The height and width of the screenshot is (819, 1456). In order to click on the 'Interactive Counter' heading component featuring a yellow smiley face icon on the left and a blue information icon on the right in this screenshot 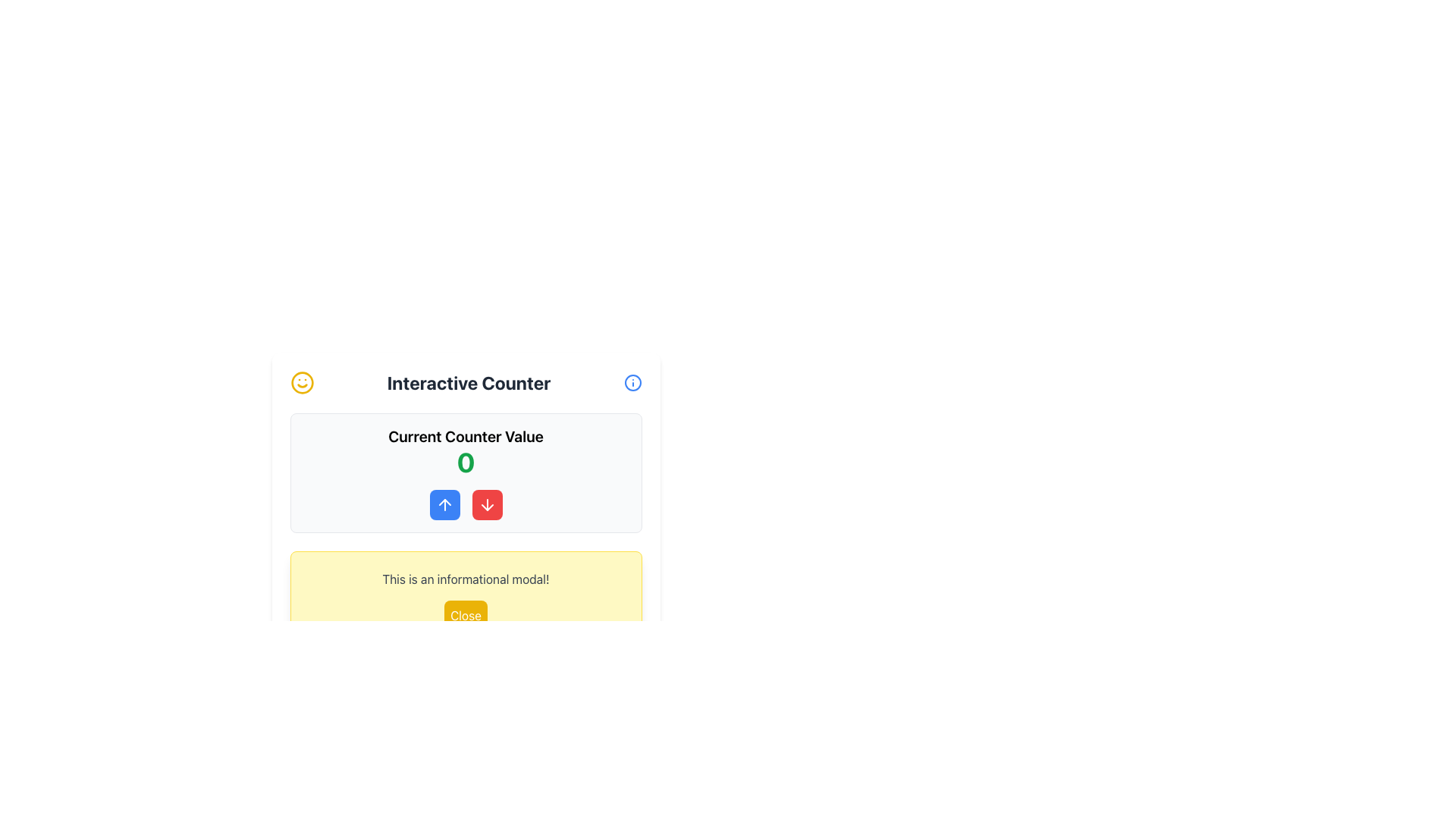, I will do `click(465, 382)`.